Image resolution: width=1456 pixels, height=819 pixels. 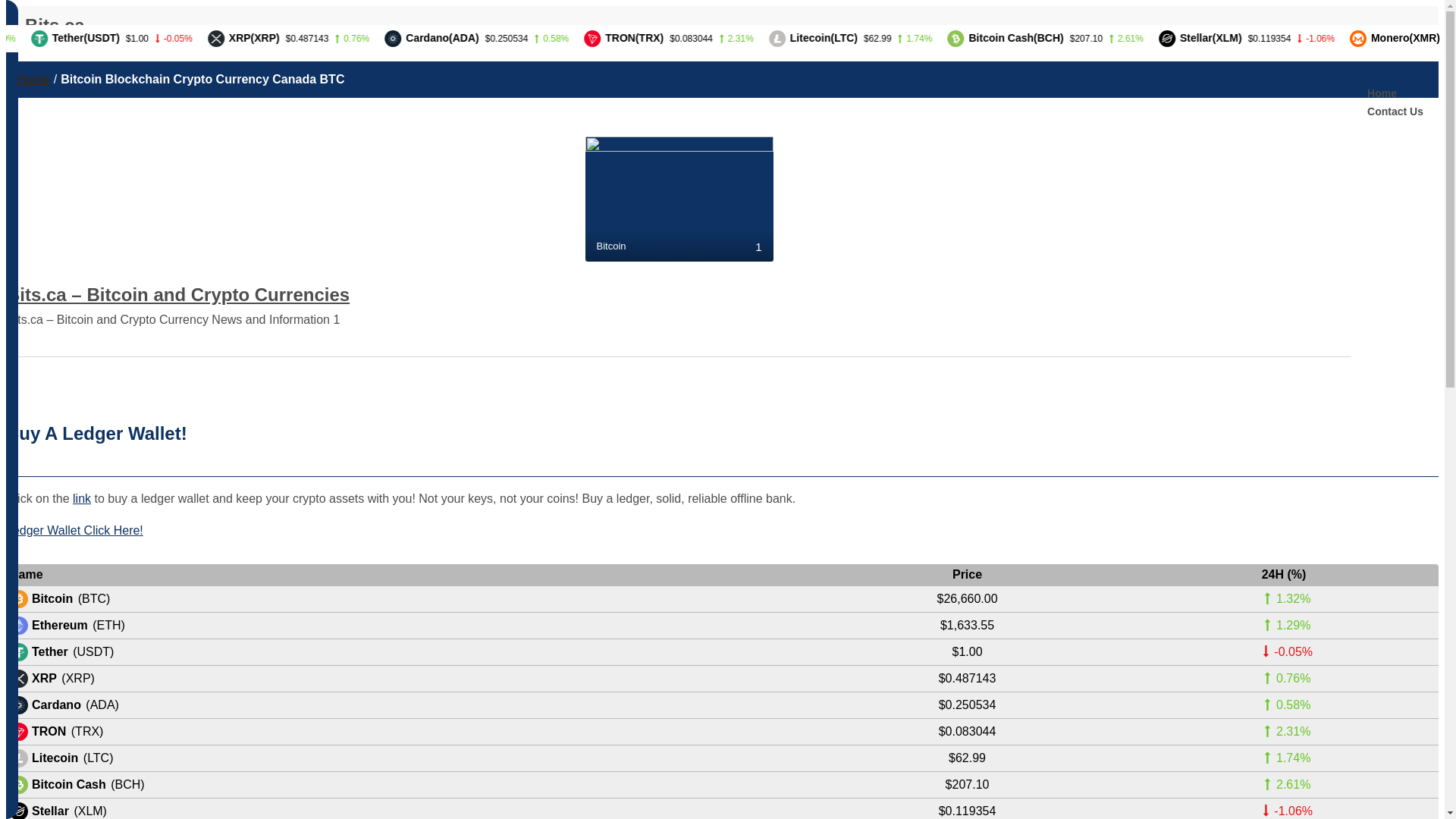 I want to click on 'Home', so click(x=33, y=79).